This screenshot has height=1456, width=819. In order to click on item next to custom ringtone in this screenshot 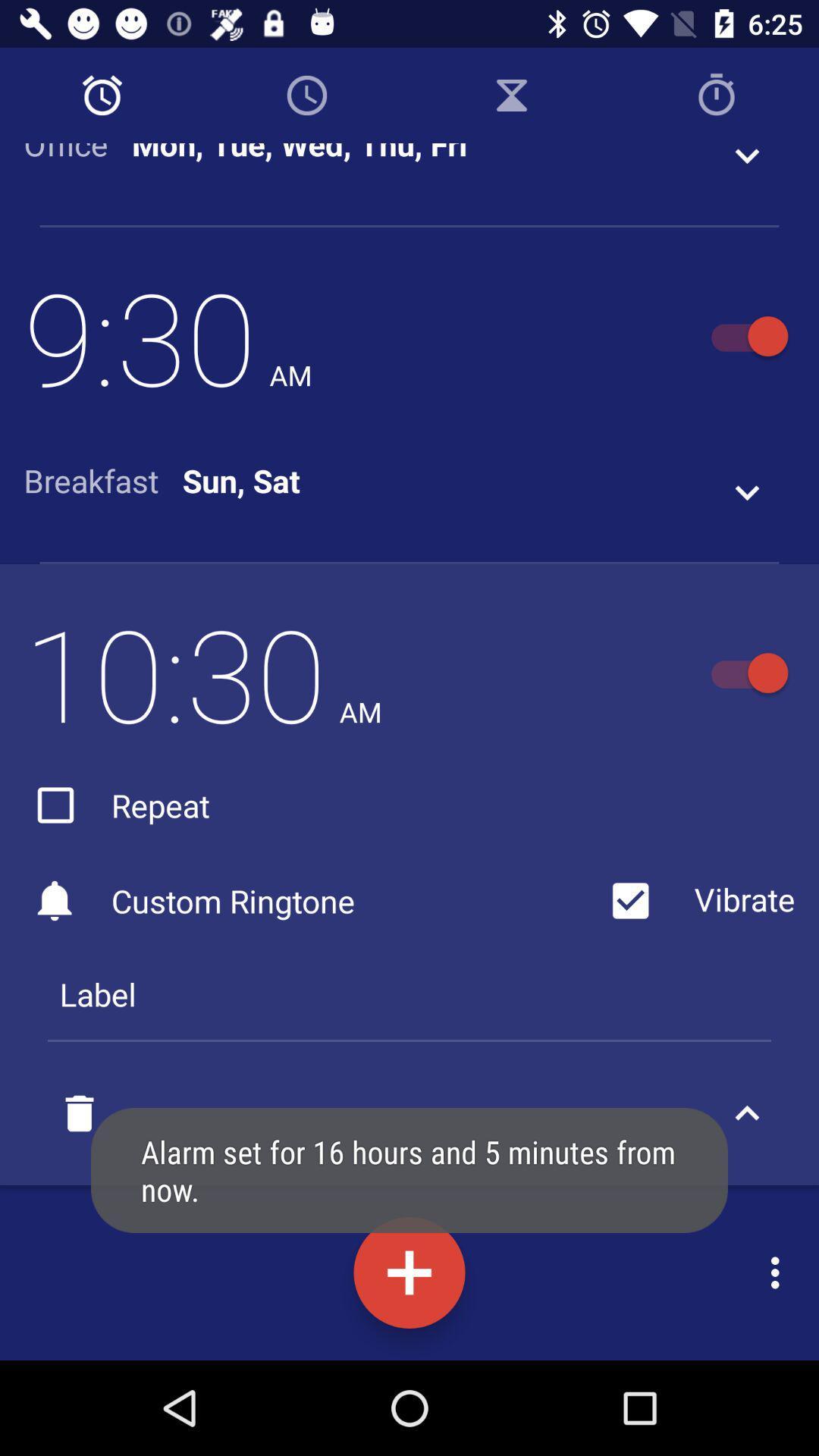, I will do `click(697, 901)`.